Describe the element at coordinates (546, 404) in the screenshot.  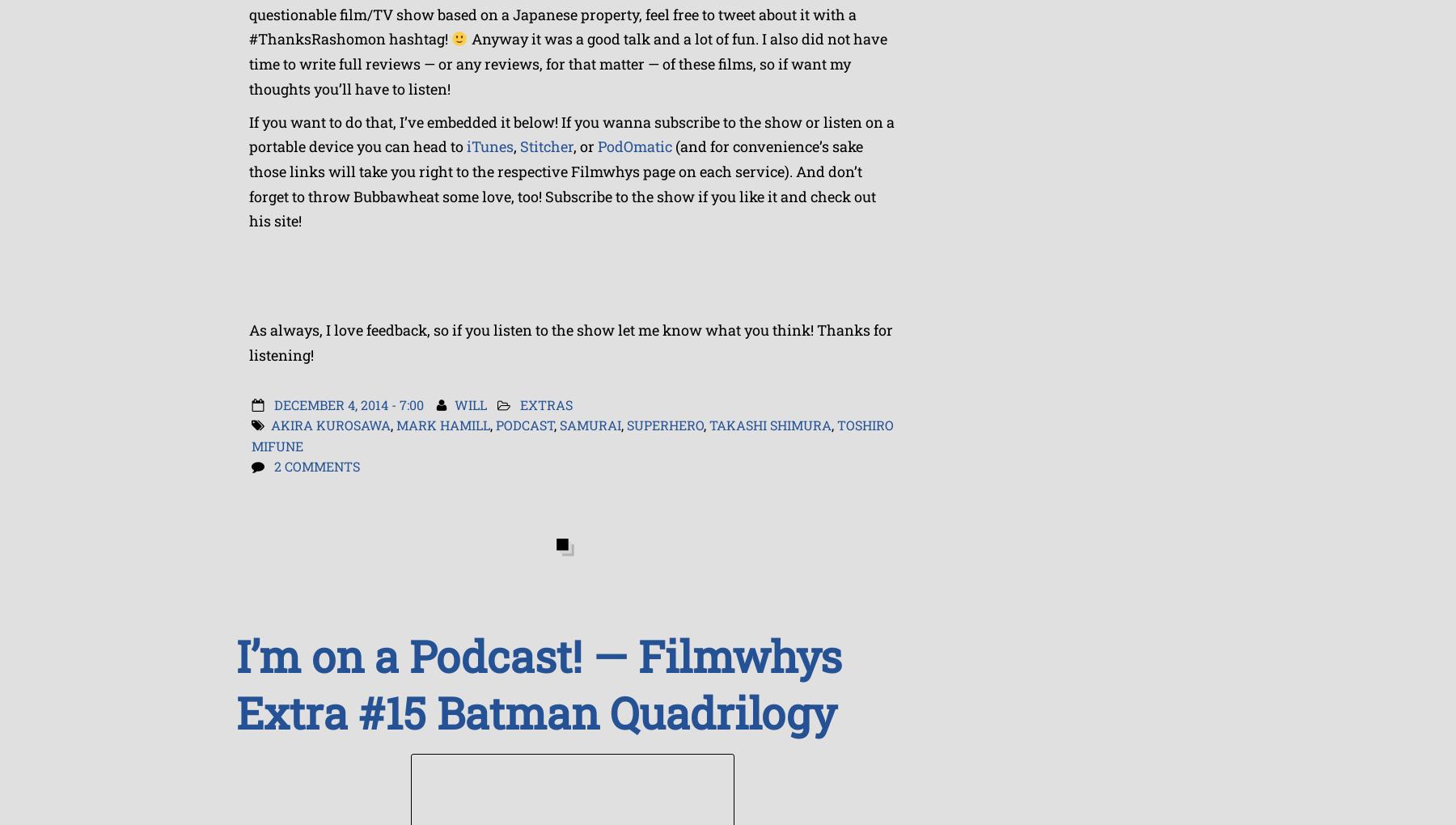
I see `'Extras'` at that location.